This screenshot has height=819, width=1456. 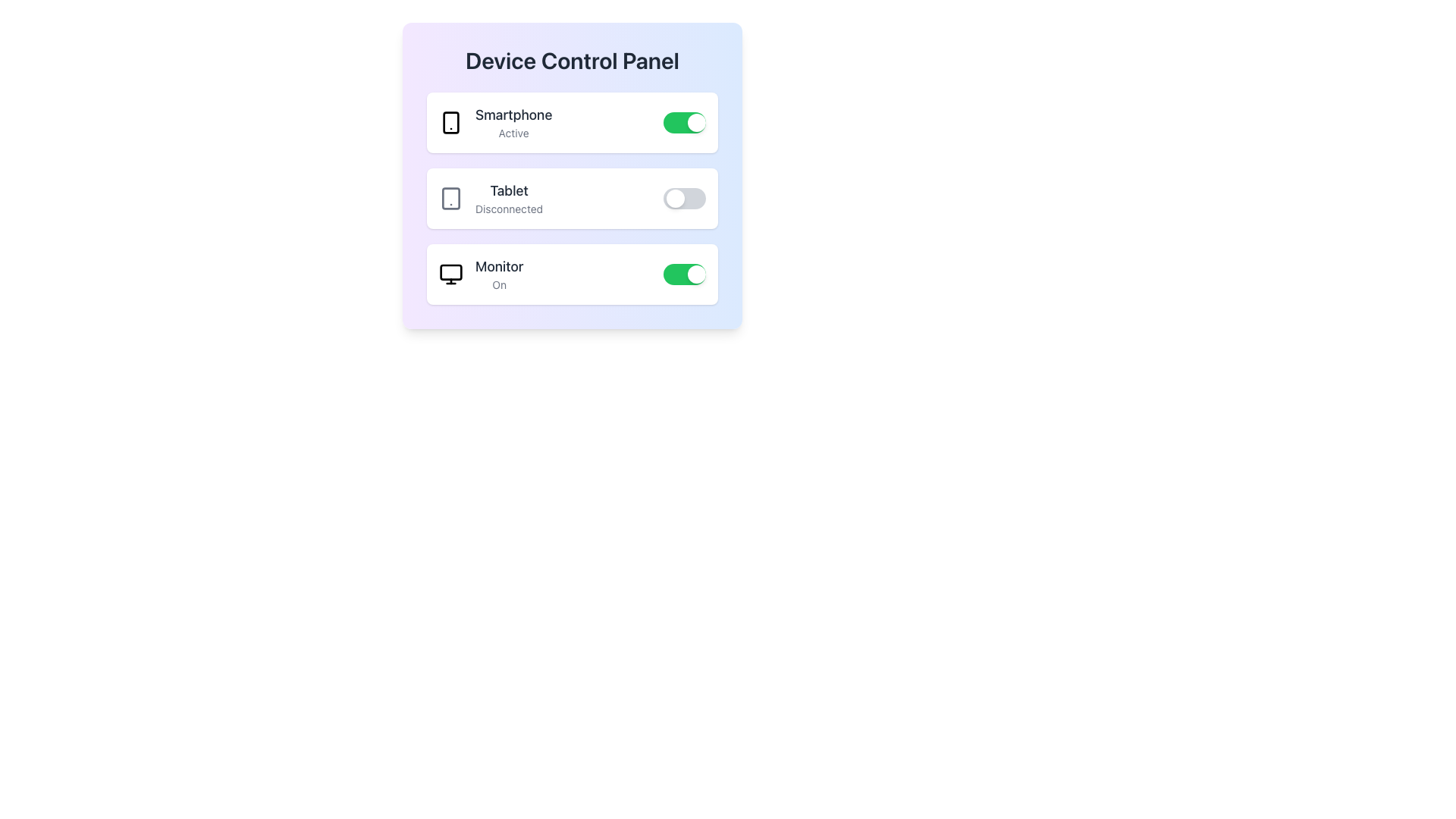 I want to click on the non-interactive text label that identifies the 'Tablet' device in the control panel, so click(x=509, y=190).